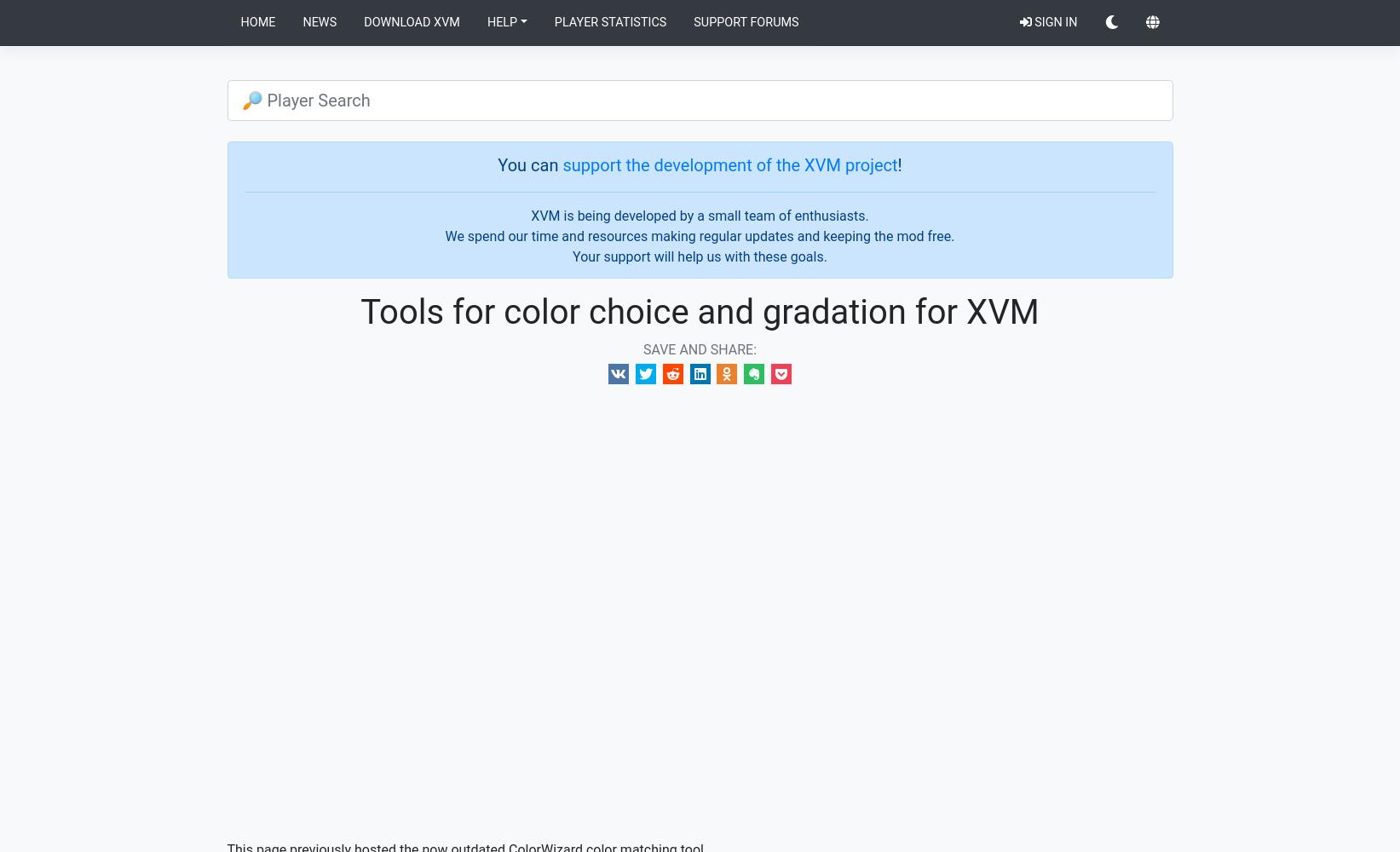 The width and height of the screenshot is (1400, 852). What do you see at coordinates (502, 22) in the screenshot?
I see `'Help'` at bounding box center [502, 22].